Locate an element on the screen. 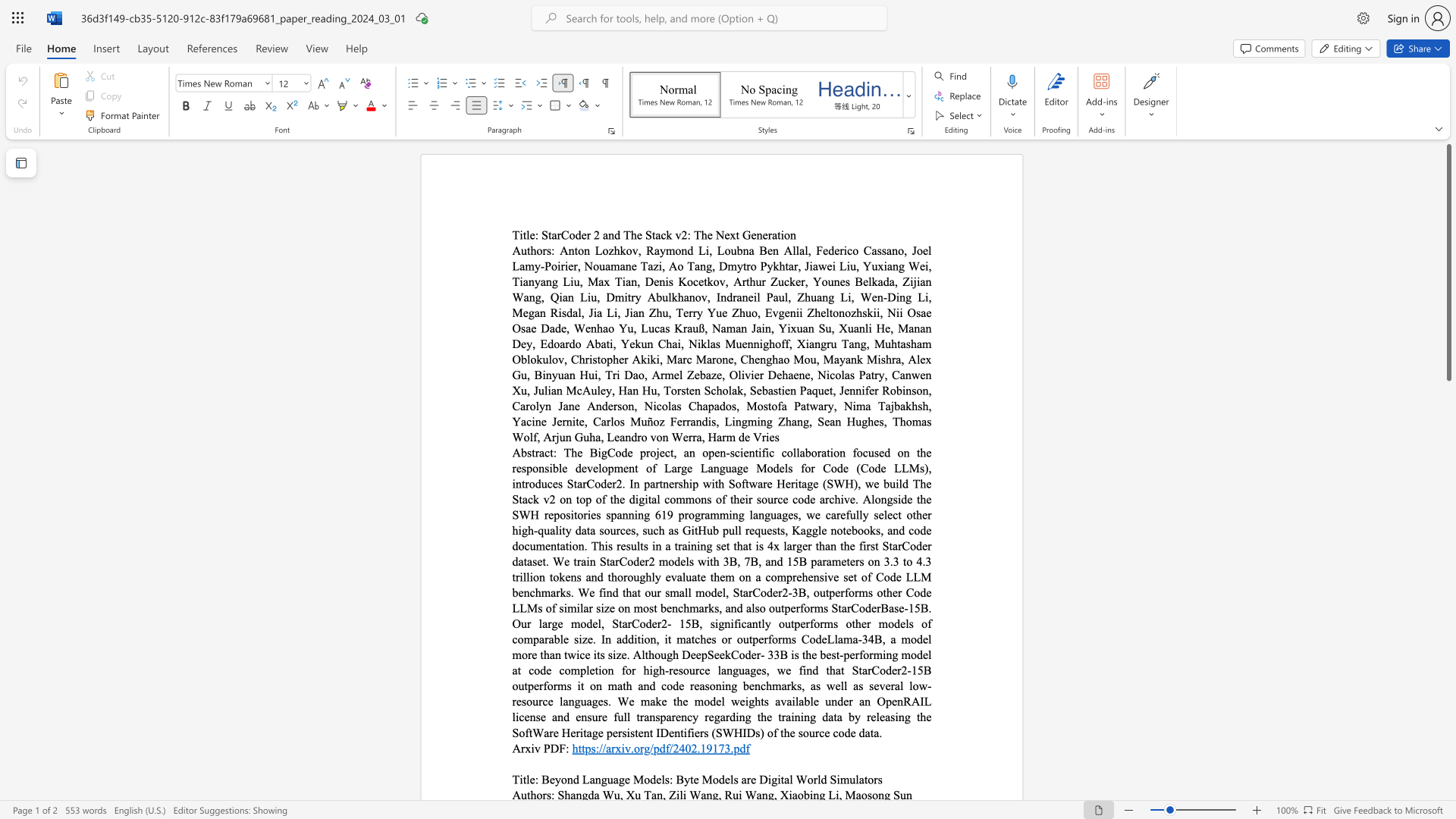 The image size is (1456, 819). the 40th character "r" in the text is located at coordinates (658, 591).